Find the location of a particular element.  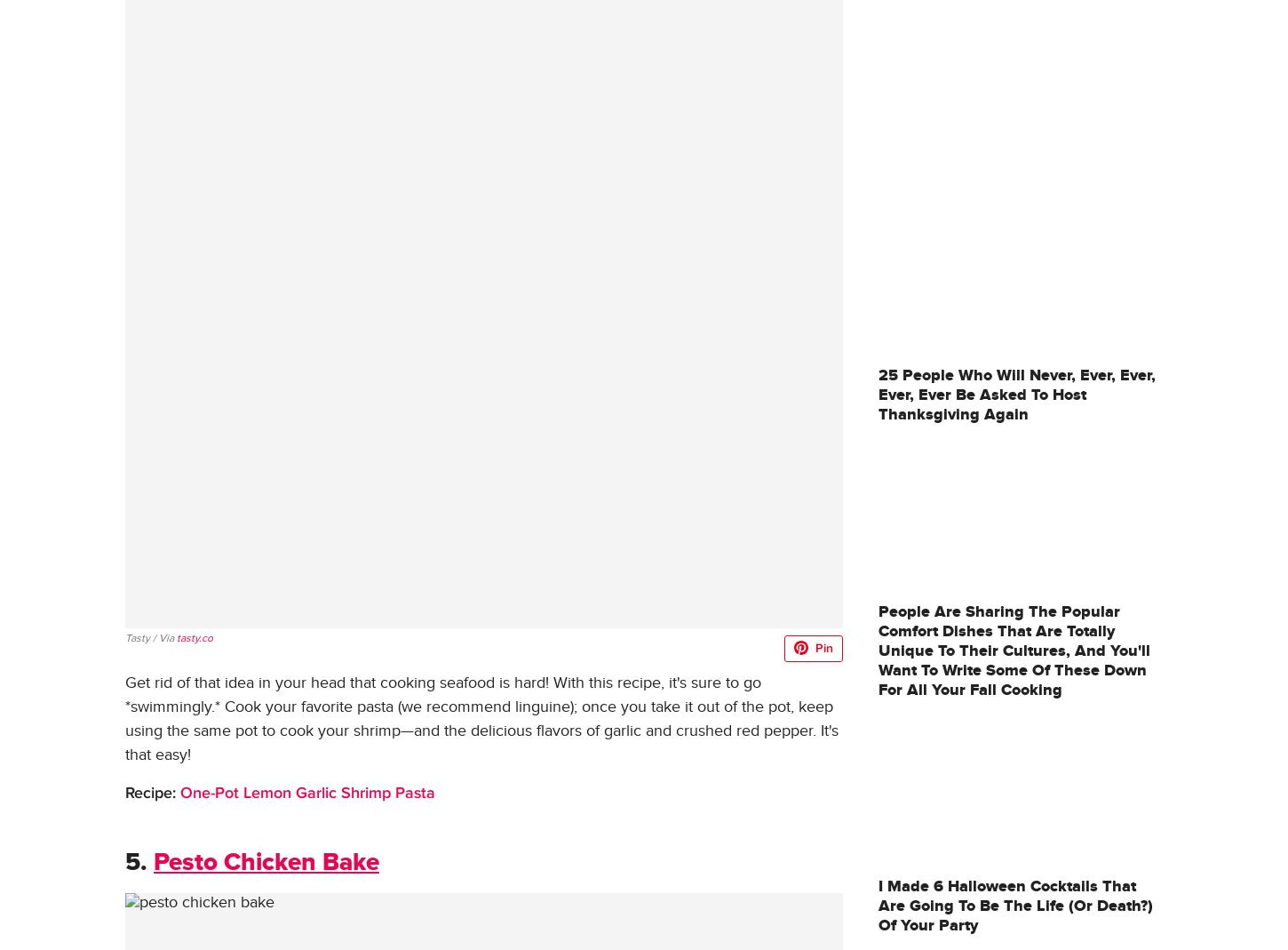

'Recipe:' is located at coordinates (149, 791).